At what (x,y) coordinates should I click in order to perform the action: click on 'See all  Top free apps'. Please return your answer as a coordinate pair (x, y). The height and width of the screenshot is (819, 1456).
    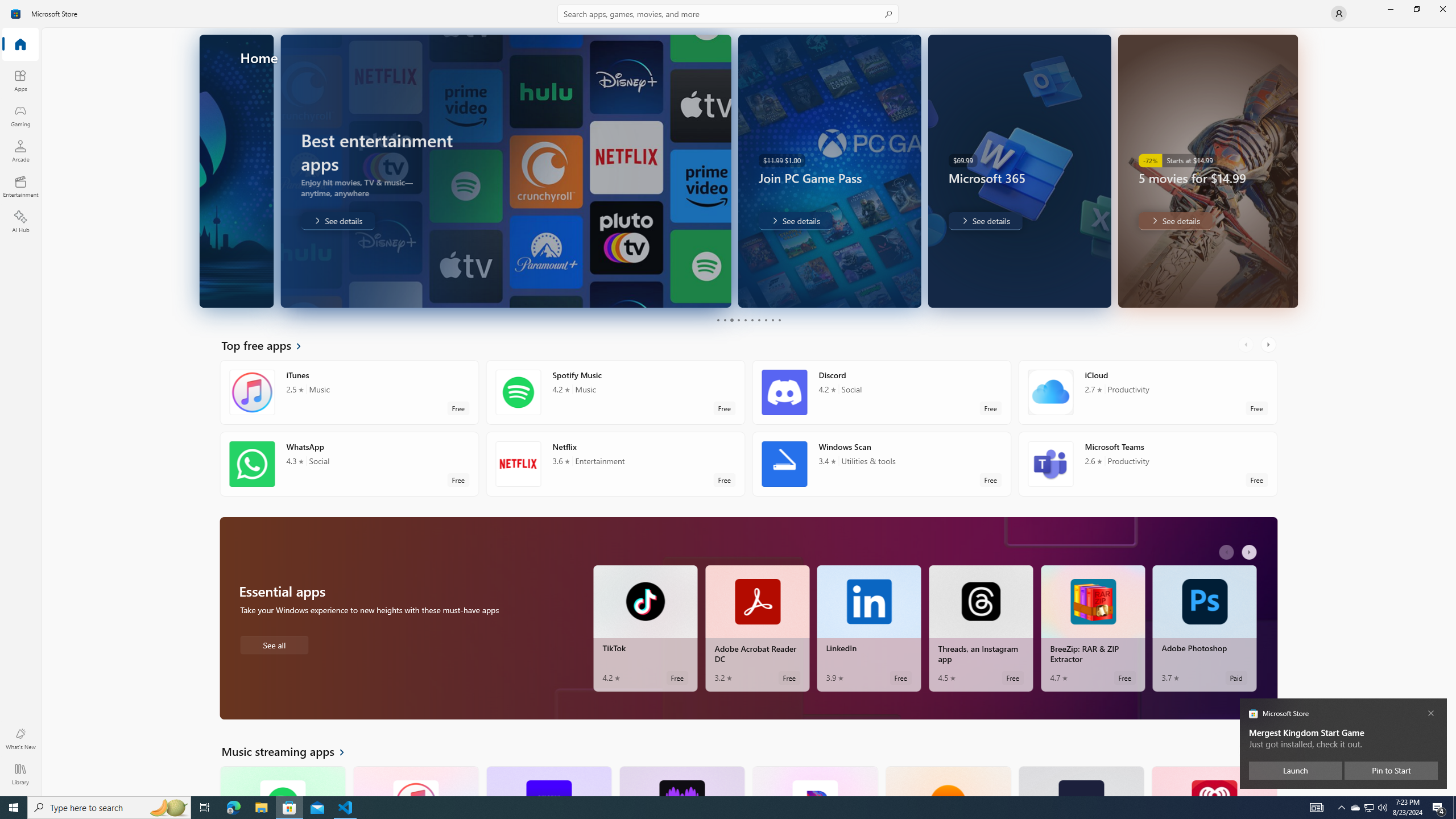
    Looking at the image, I should click on (268, 344).